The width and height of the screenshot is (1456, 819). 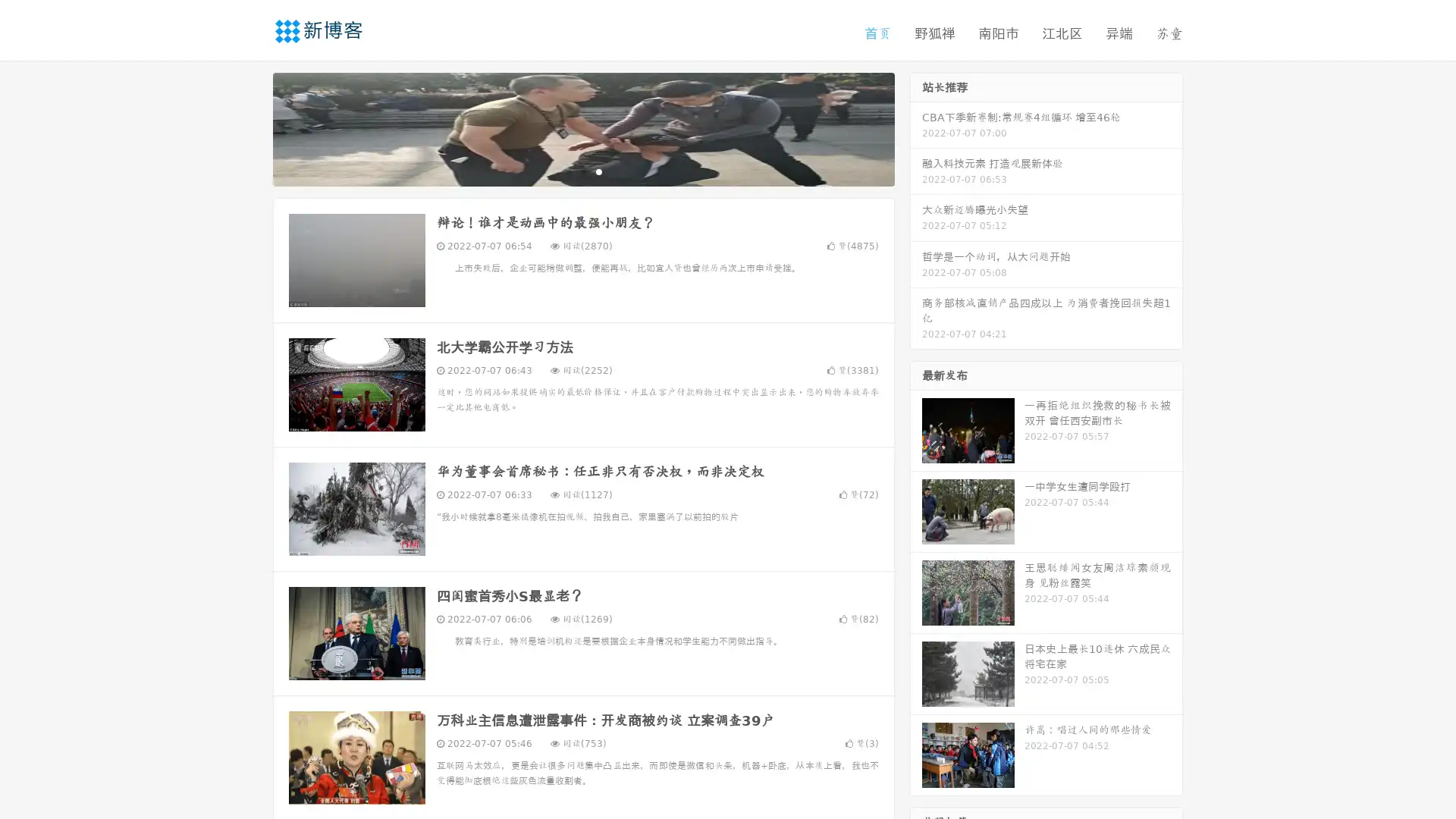 I want to click on Previous slide, so click(x=250, y=127).